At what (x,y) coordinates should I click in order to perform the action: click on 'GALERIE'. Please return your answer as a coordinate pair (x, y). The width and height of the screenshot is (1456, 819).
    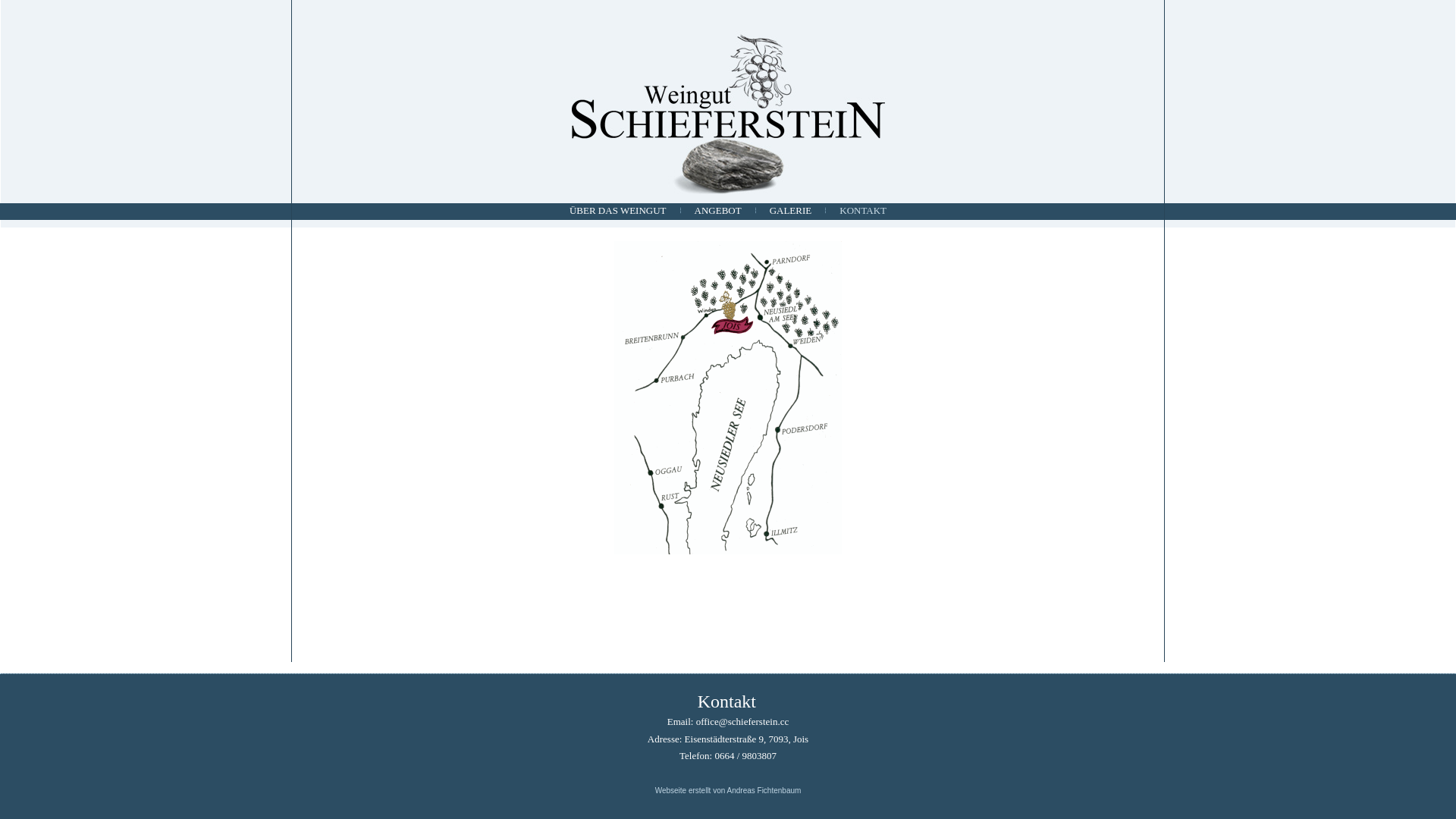
    Looking at the image, I should click on (789, 210).